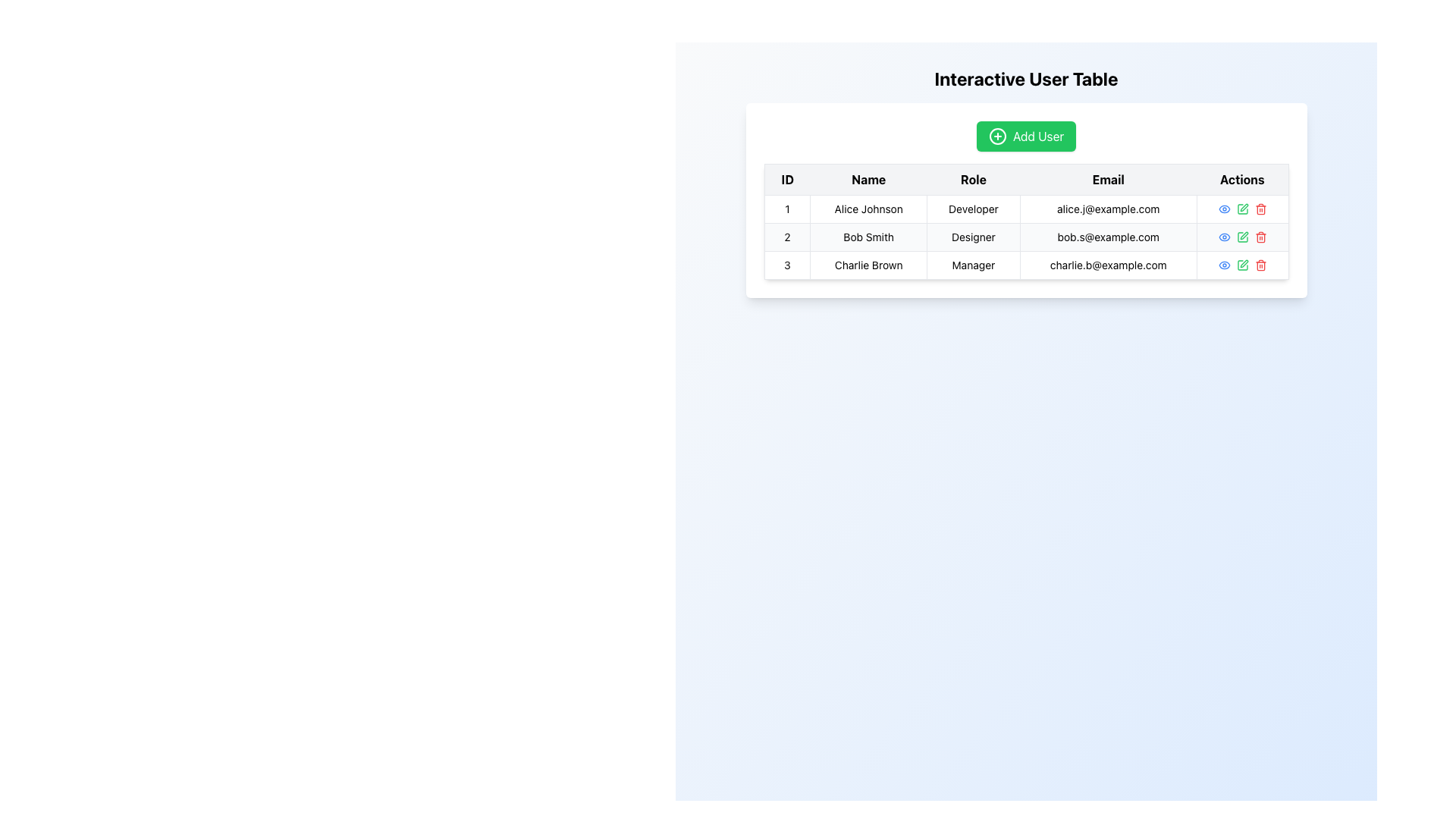 The height and width of the screenshot is (819, 1456). What do you see at coordinates (1244, 262) in the screenshot?
I see `the edit icon button, resembling a pen, in the 'Actions' column for the user 'Charlie Brown'` at bounding box center [1244, 262].